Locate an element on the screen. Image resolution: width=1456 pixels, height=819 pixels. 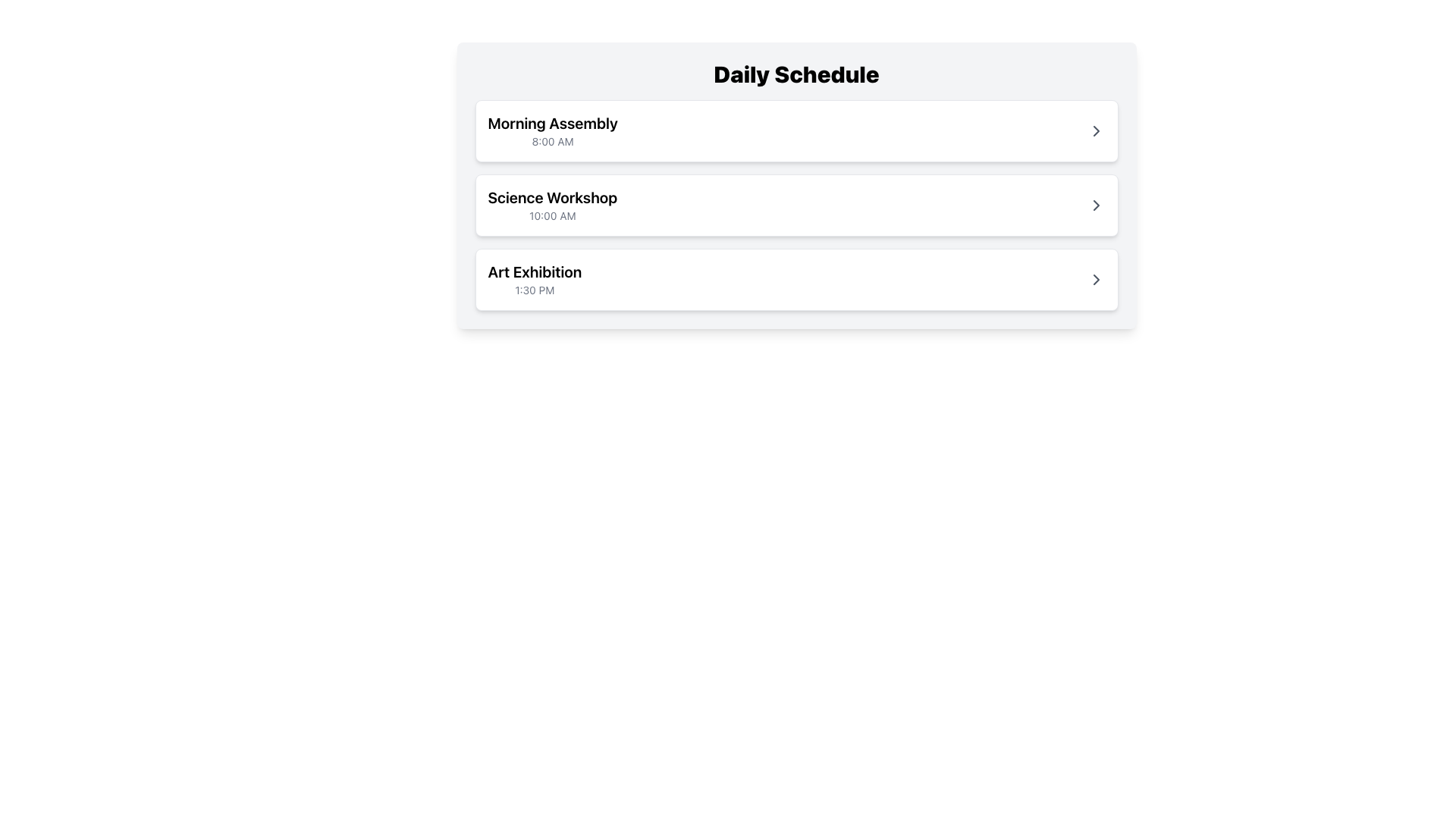
text label displaying '8:00 AM' located beneath the 'Morning Assembly' title in the first card of the 'Daily Schedule' list is located at coordinates (552, 141).